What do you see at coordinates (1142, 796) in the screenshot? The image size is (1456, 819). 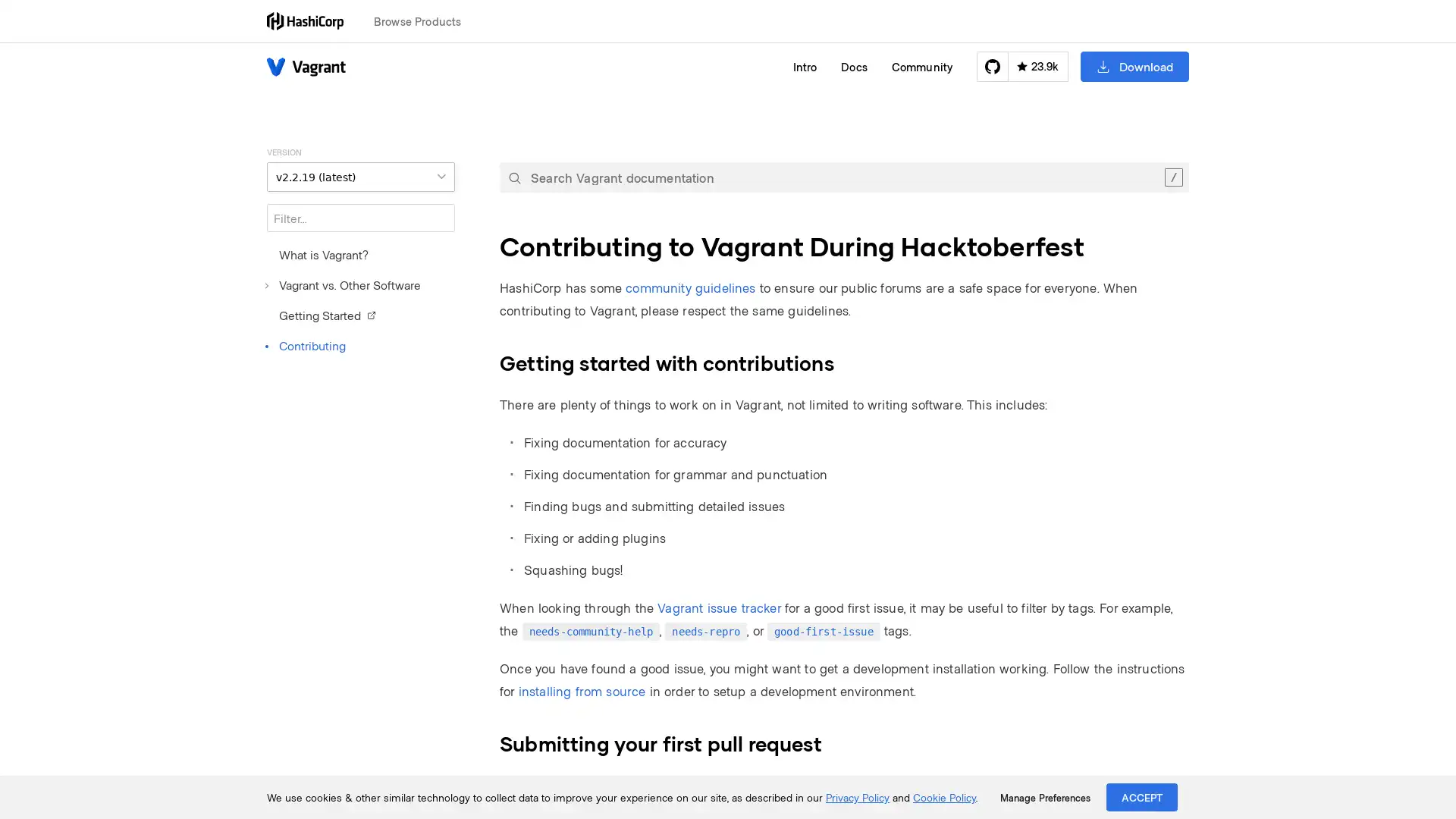 I see `ACCEPT` at bounding box center [1142, 796].